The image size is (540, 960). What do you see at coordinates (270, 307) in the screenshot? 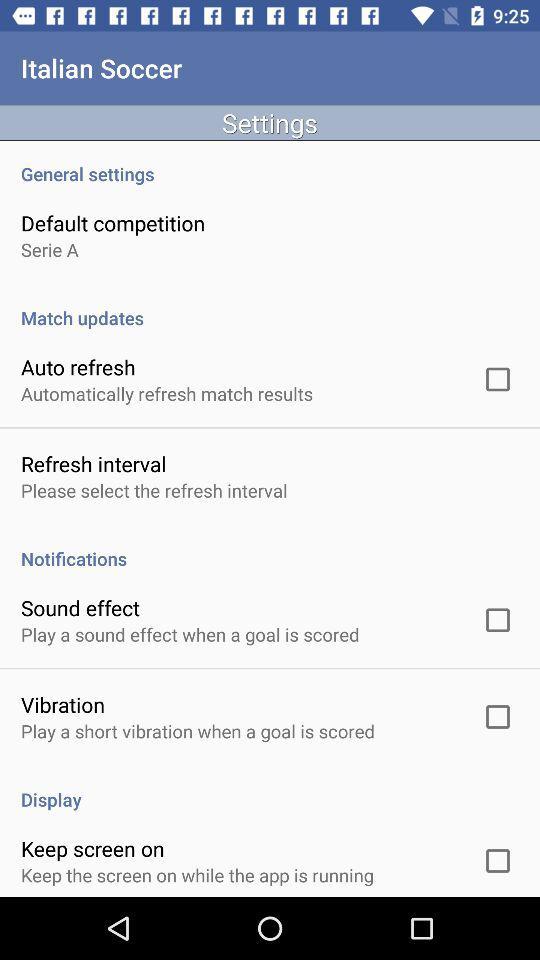
I see `match updates` at bounding box center [270, 307].